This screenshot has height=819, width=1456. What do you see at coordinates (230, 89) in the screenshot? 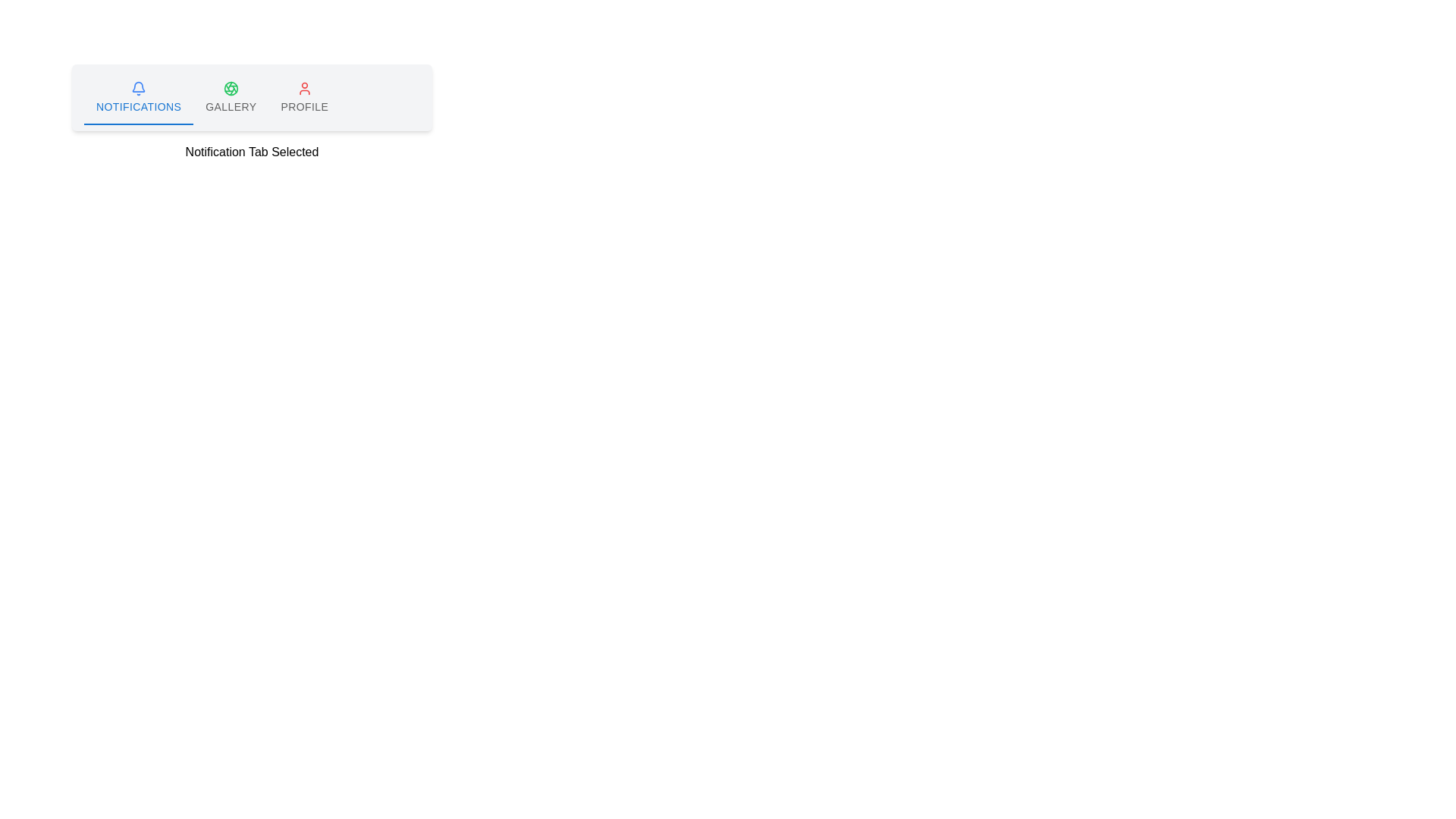
I see `the green-colored aperture icon within the 'Gallery' tab` at bounding box center [230, 89].